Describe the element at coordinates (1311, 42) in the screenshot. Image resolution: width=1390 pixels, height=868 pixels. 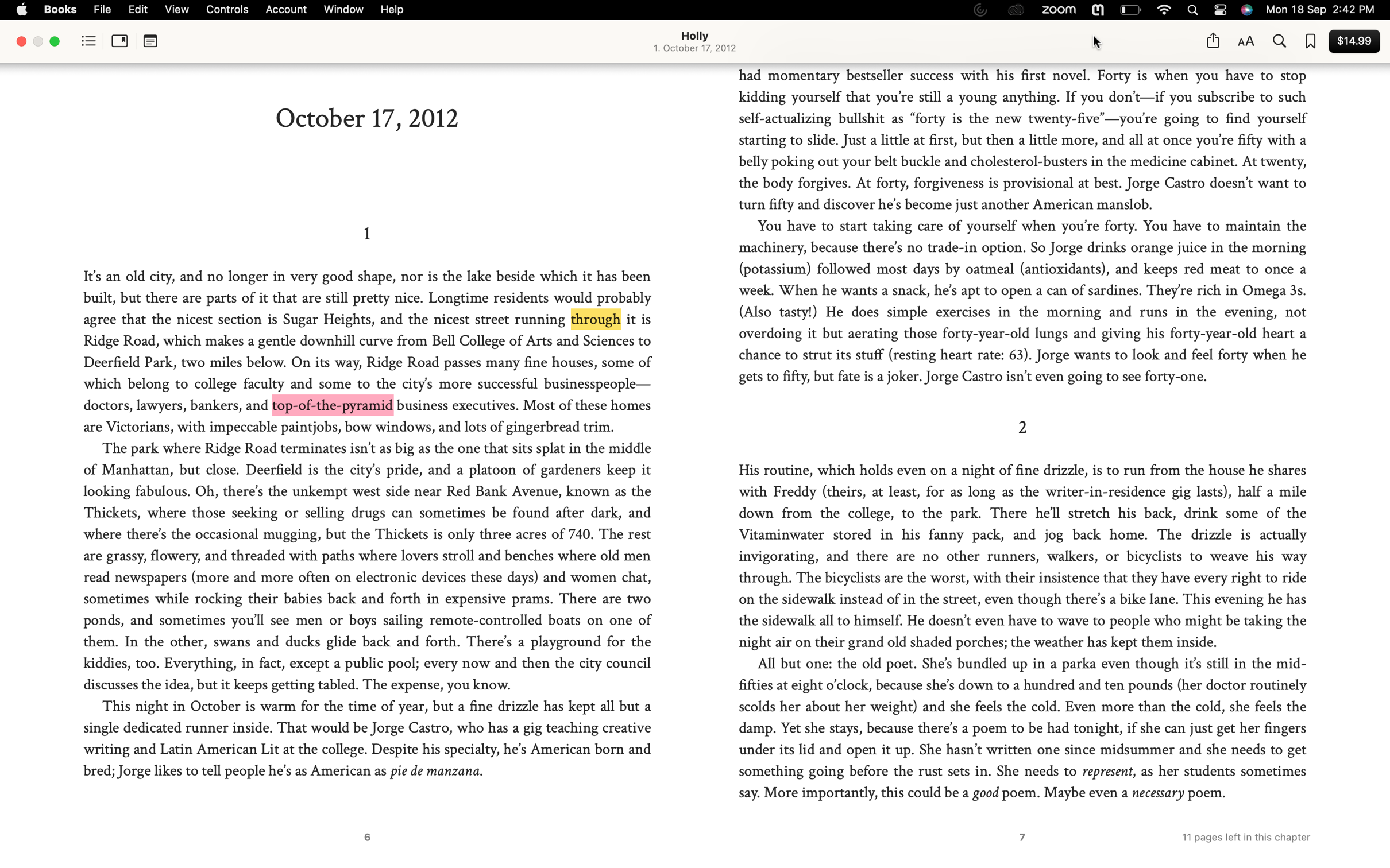
I see `Save the current page to bookmarks and display all saved bookmarks` at that location.